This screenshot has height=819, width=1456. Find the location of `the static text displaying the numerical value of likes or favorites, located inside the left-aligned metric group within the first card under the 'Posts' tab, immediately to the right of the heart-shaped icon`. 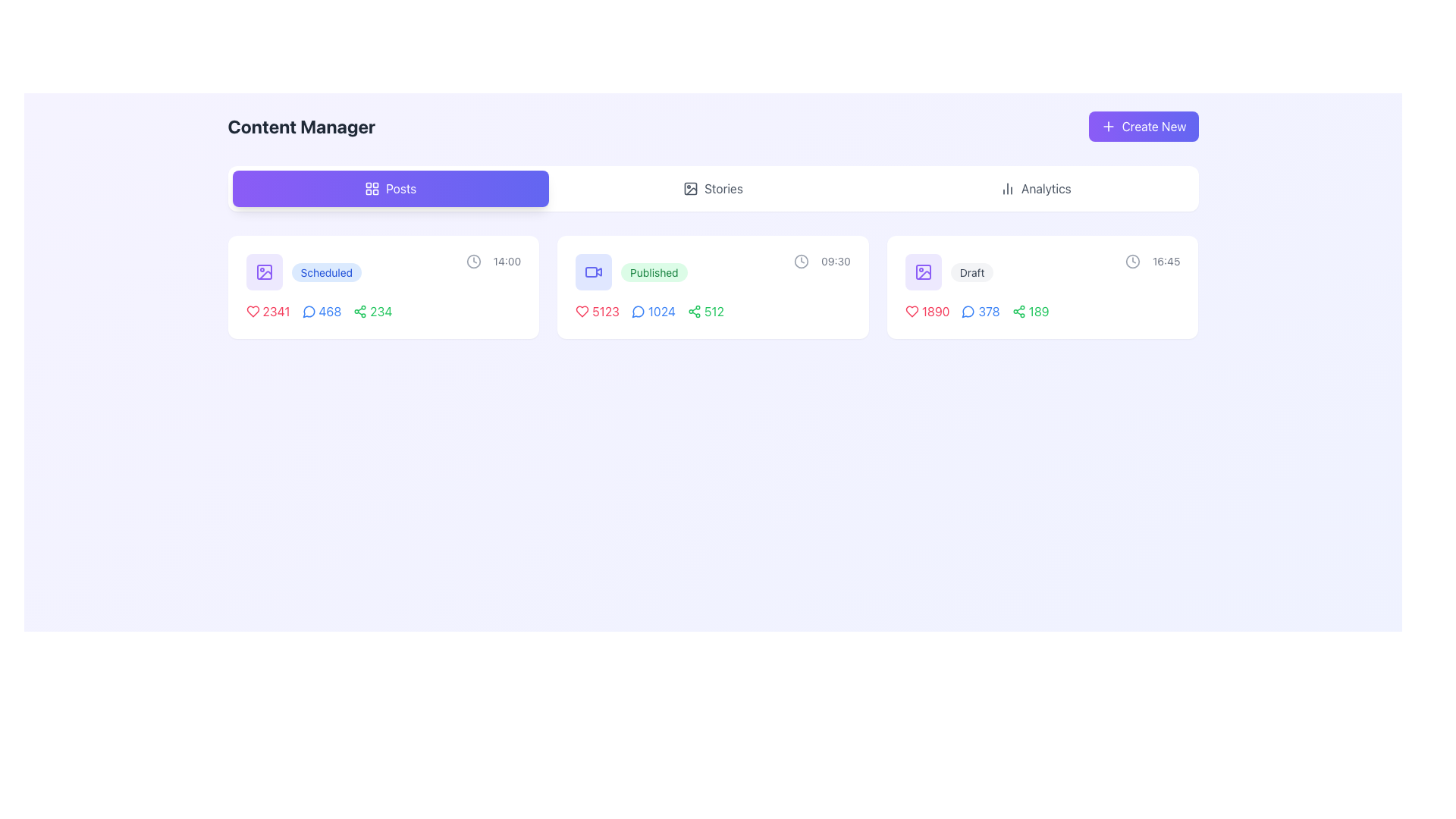

the static text displaying the numerical value of likes or favorites, located inside the left-aligned metric group within the first card under the 'Posts' tab, immediately to the right of the heart-shaped icon is located at coordinates (276, 311).